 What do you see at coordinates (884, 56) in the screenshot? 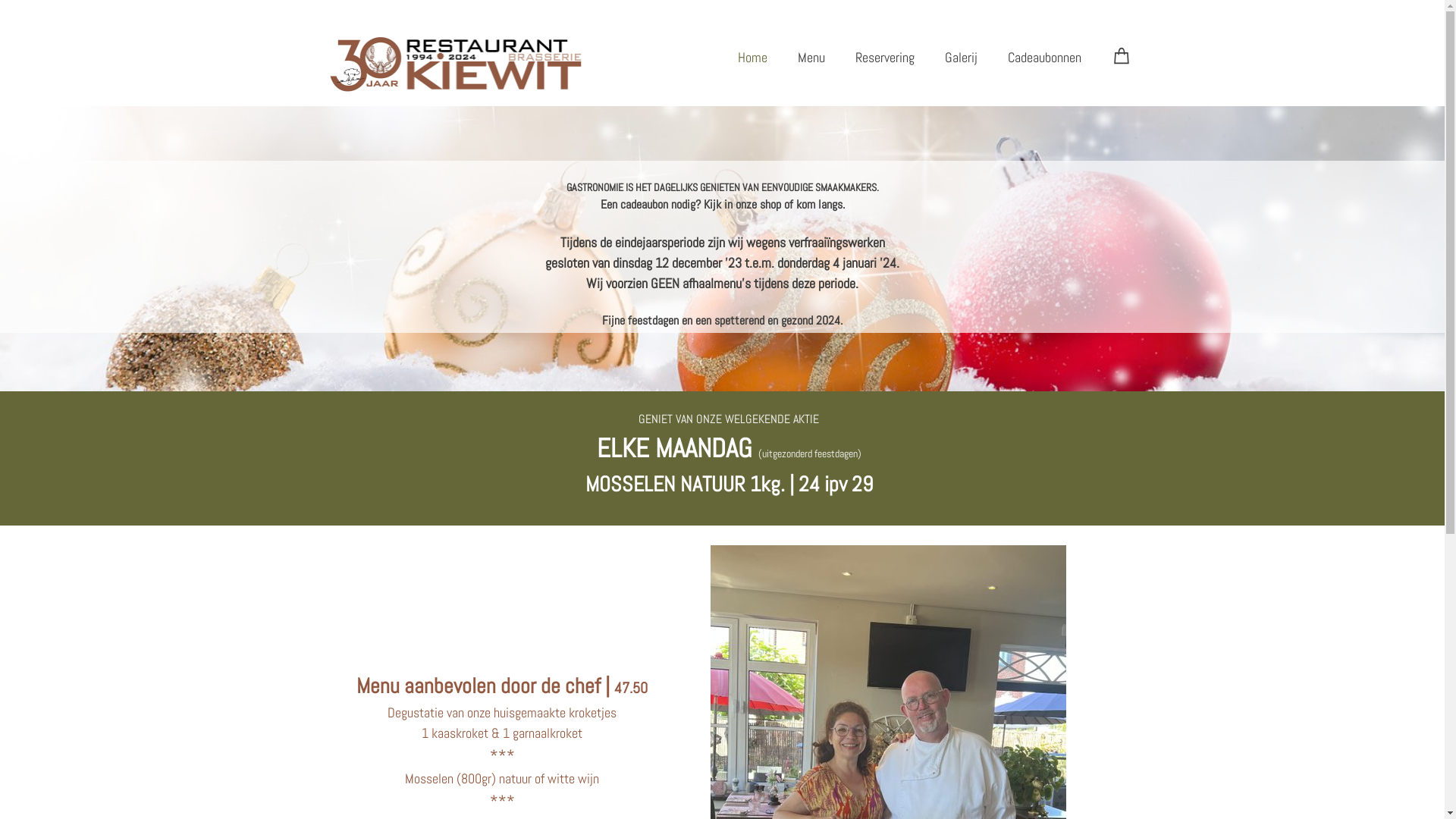
I see `'Reservering'` at bounding box center [884, 56].